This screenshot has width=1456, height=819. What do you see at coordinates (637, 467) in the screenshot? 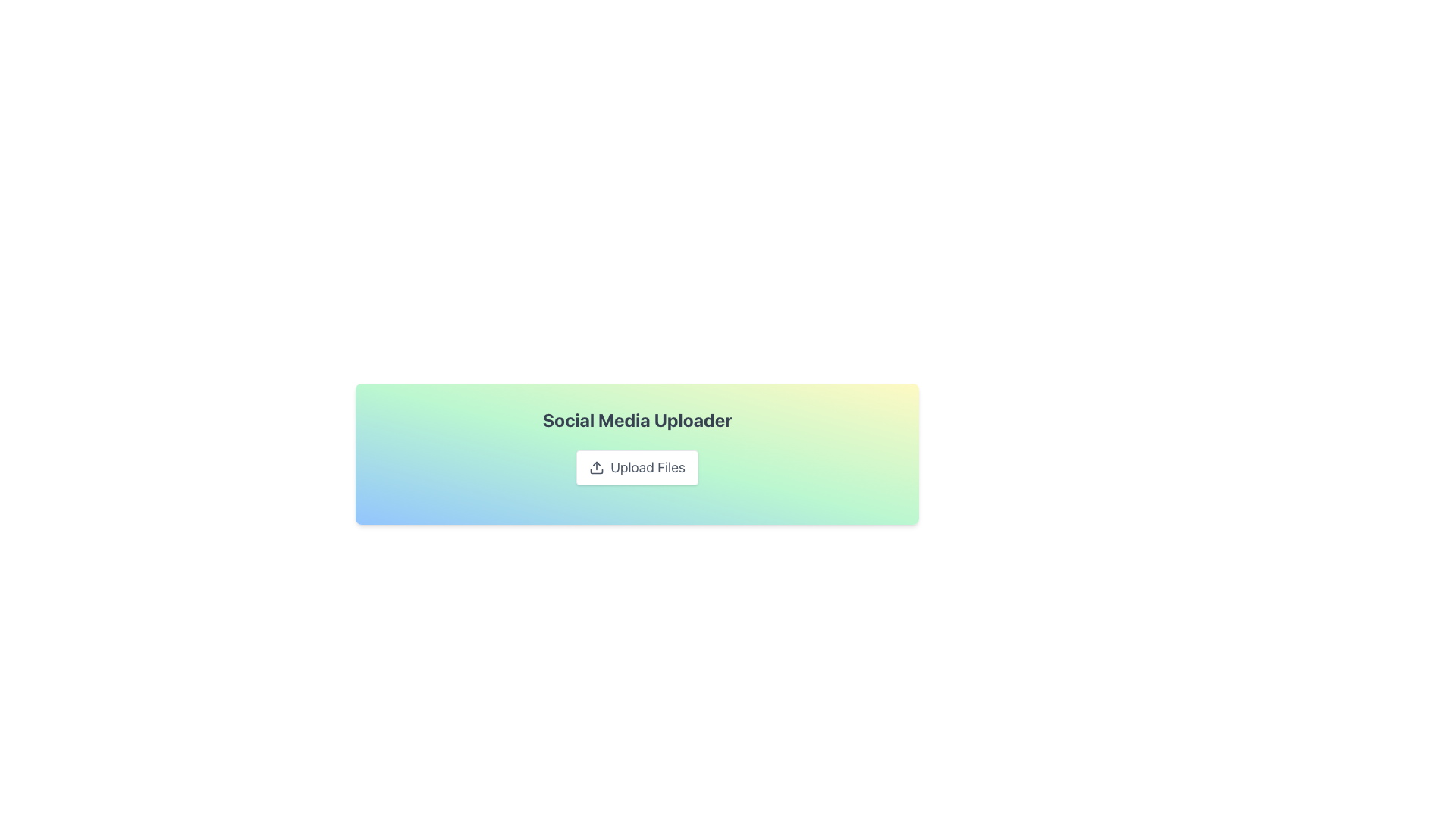
I see `the upload button located below the 'Social Media Uploader' heading` at bounding box center [637, 467].